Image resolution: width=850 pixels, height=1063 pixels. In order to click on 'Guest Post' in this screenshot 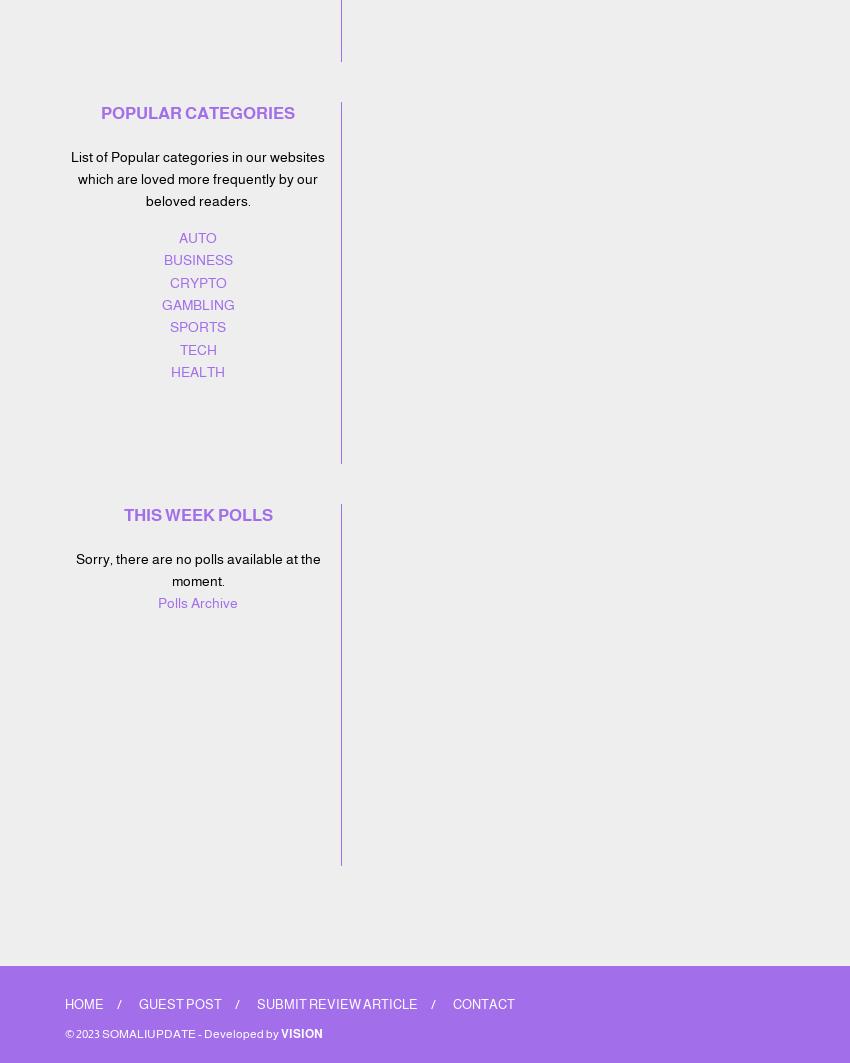, I will do `click(179, 1002)`.